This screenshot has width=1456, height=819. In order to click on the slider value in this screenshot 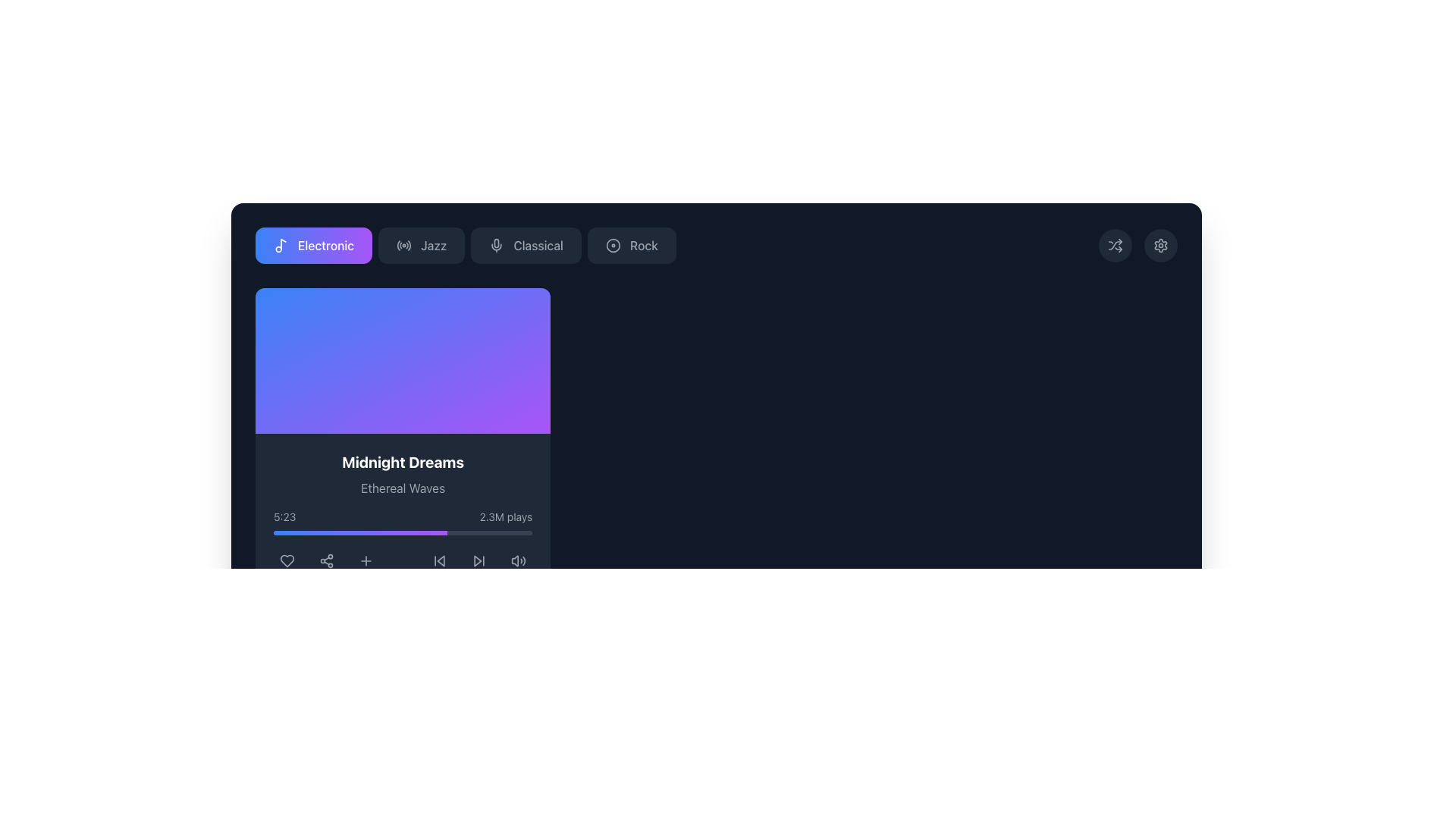, I will do `click(422, 532)`.